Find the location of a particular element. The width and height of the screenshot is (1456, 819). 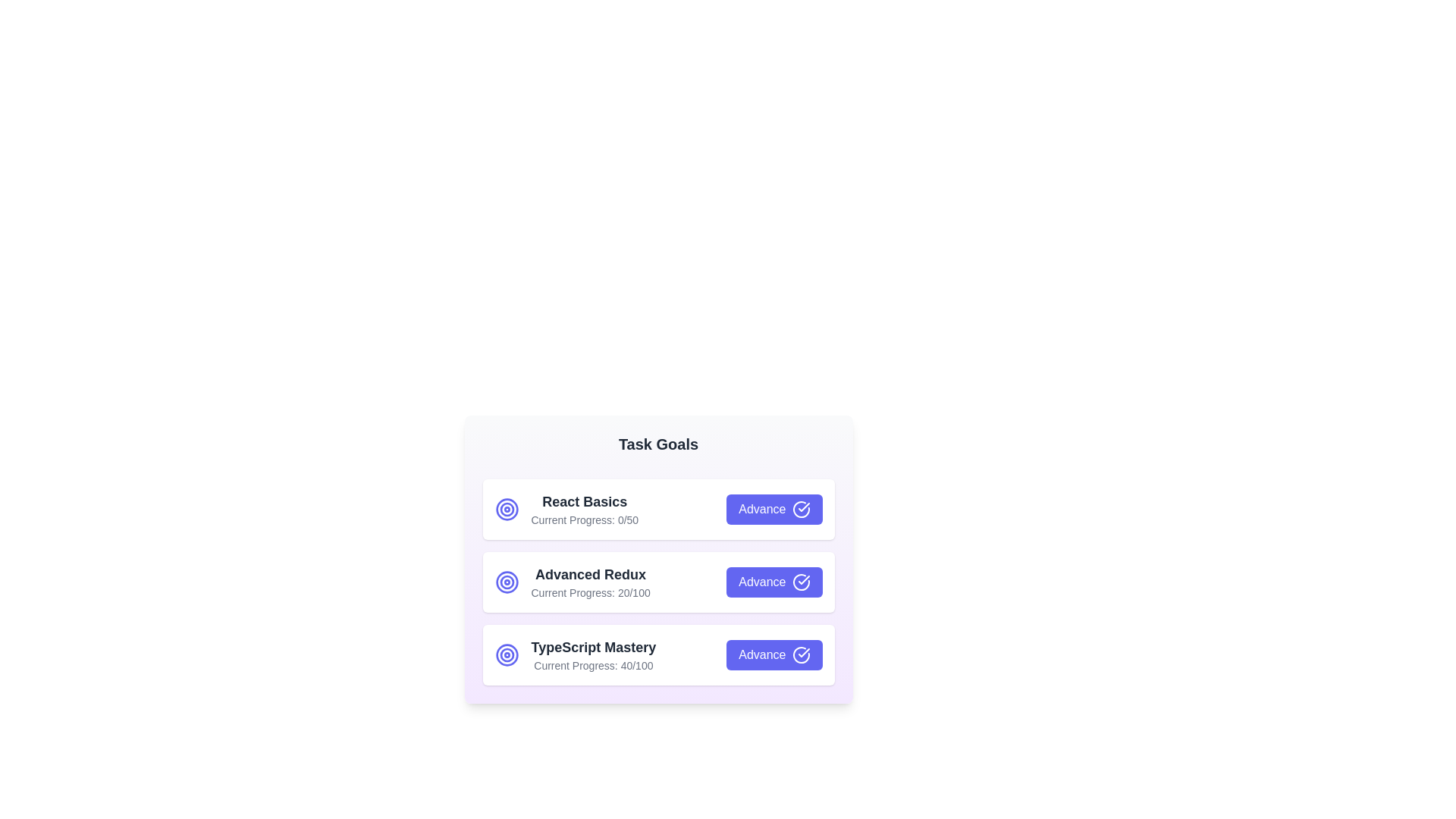

the Text Label that serves as a title or heading for the section, positioned at the top center of its card-like structure with a gradient background is located at coordinates (658, 444).